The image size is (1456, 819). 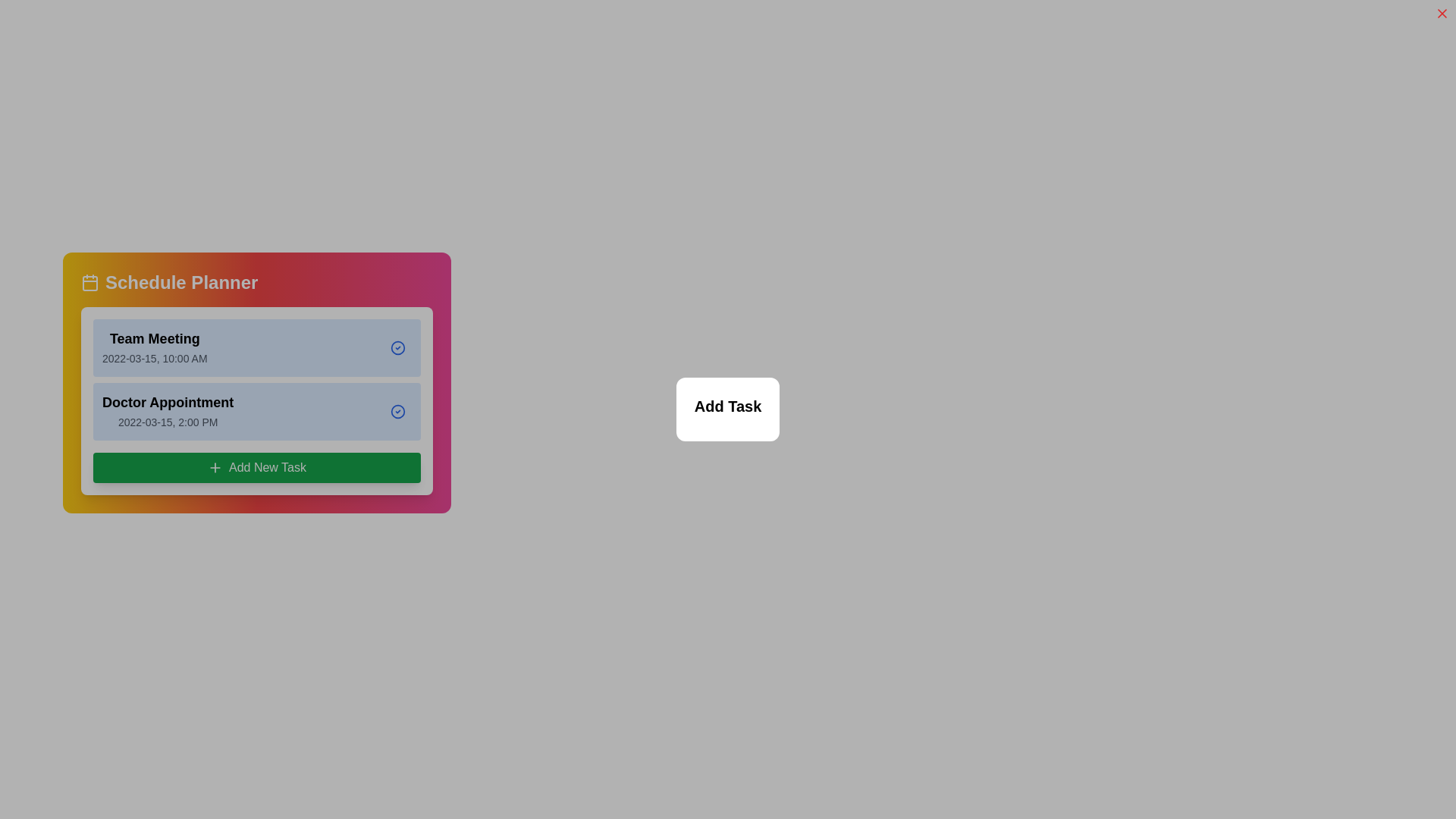 What do you see at coordinates (1441, 14) in the screenshot?
I see `the cross-shaped icon in the upper-right corner of the interface` at bounding box center [1441, 14].